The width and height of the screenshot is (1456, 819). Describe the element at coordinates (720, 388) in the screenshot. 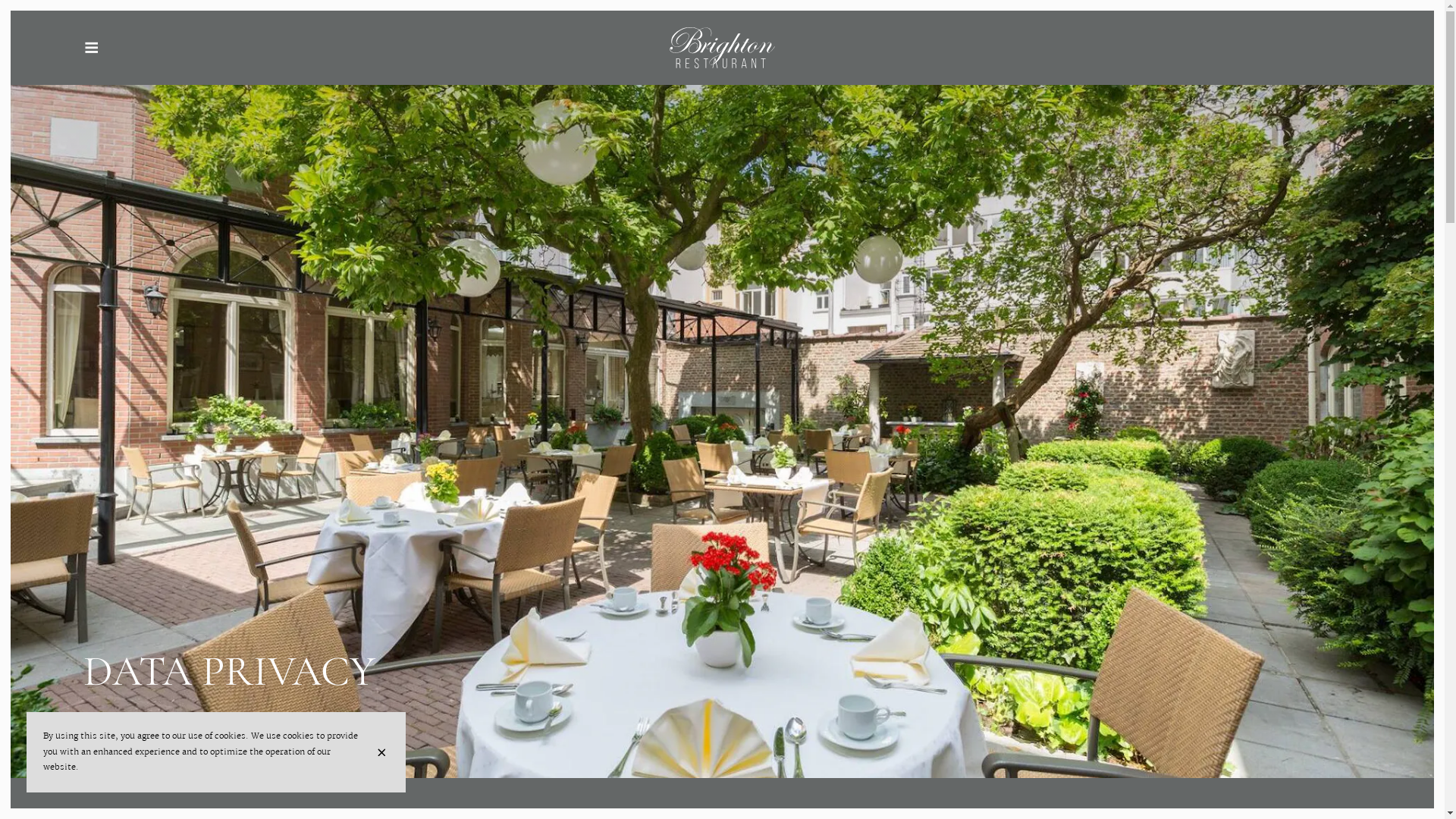

I see `'cover'` at that location.